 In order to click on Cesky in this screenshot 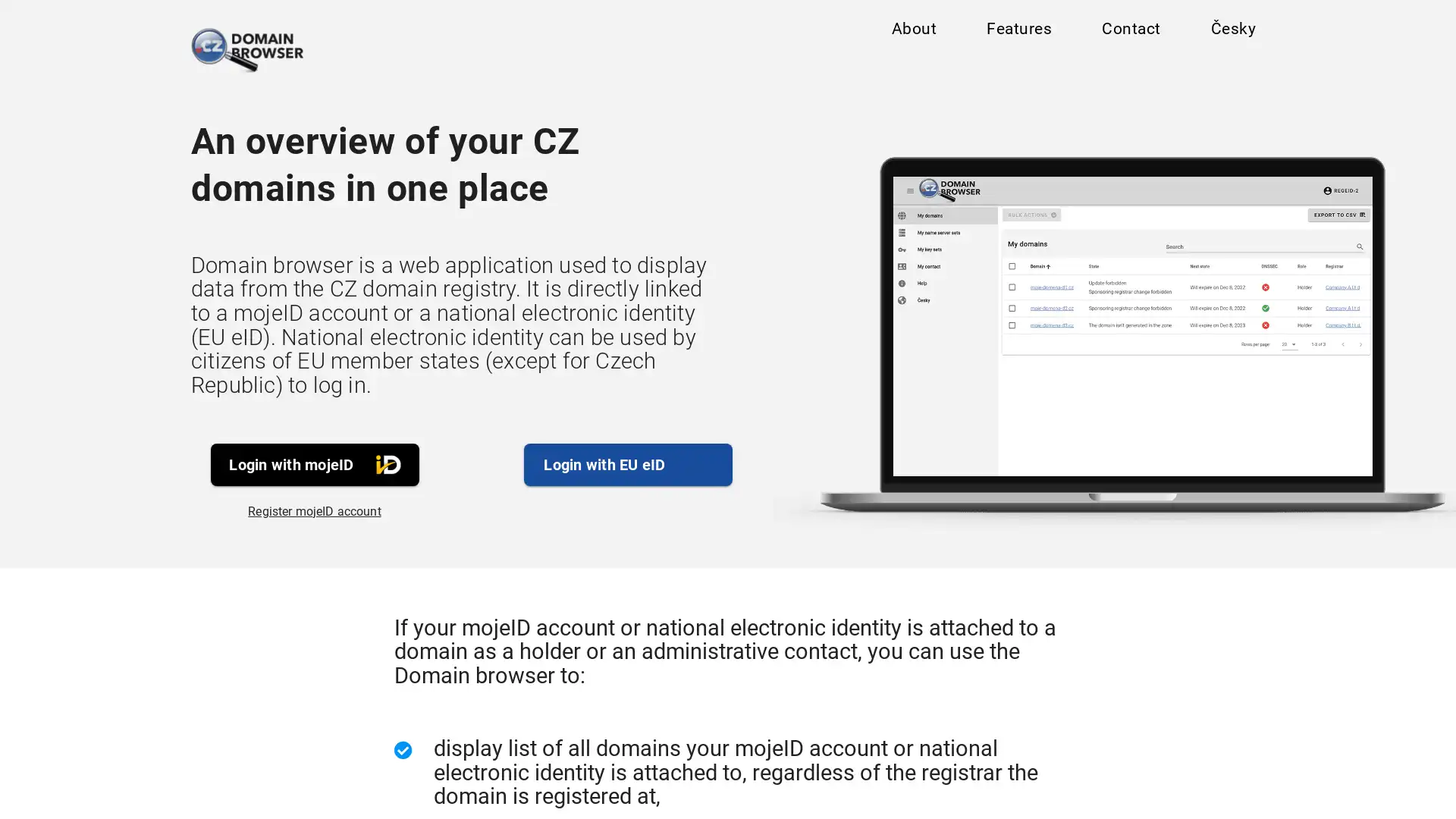, I will do `click(1232, 32)`.